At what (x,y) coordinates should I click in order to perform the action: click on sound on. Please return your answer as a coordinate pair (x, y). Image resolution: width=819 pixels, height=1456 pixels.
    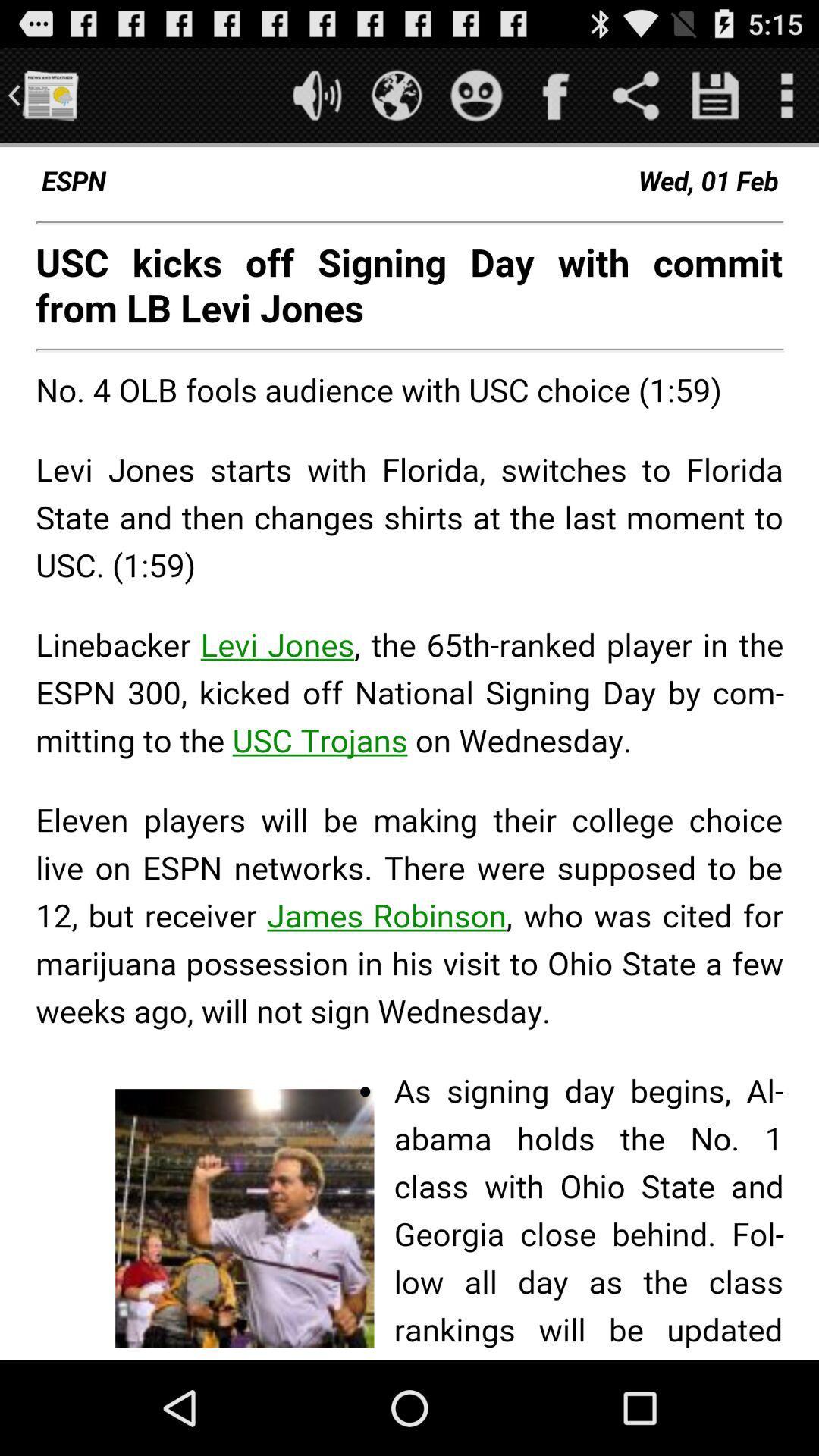
    Looking at the image, I should click on (316, 94).